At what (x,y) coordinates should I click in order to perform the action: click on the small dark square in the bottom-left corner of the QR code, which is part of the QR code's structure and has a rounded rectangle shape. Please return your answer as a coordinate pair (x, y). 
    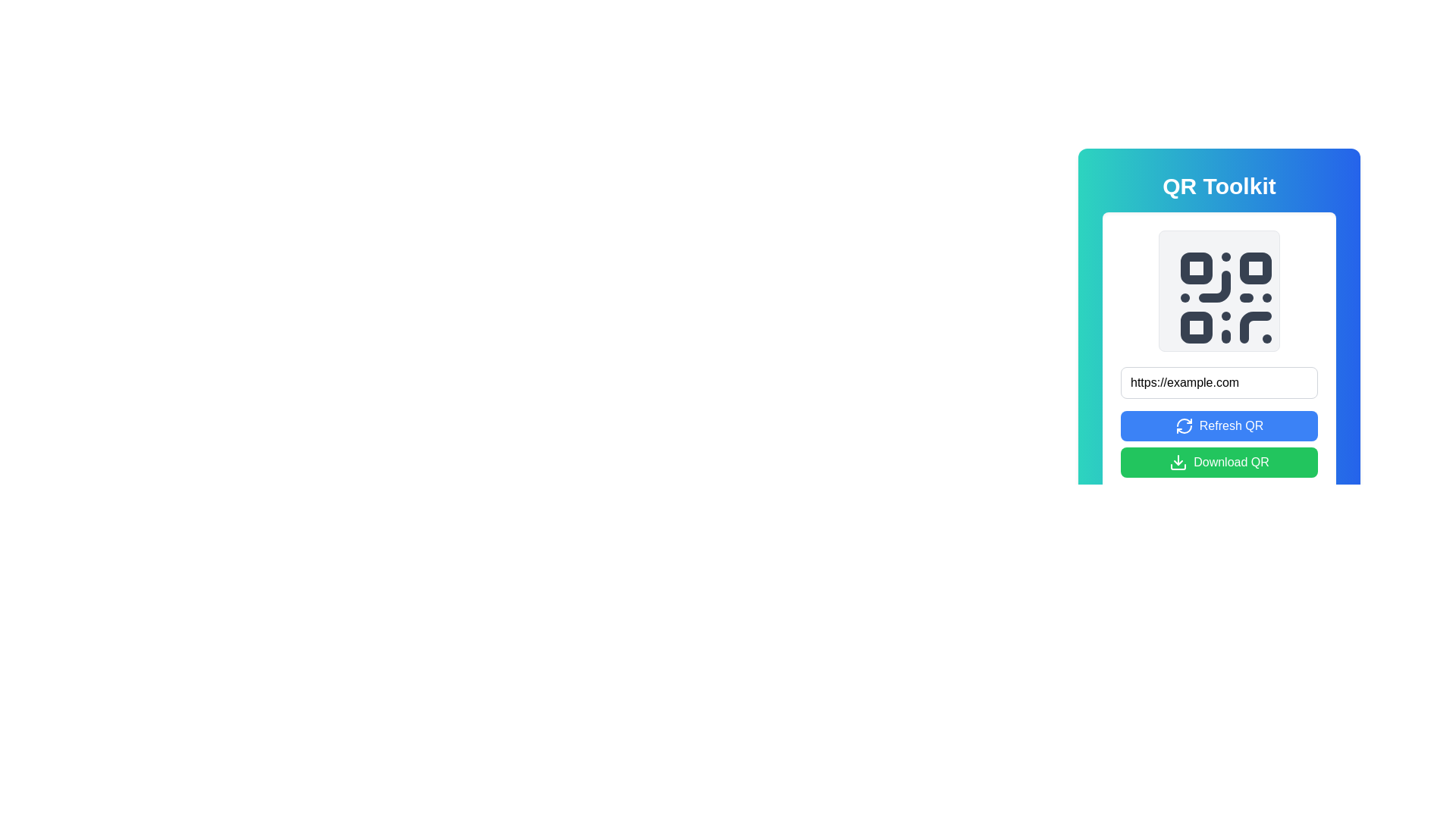
    Looking at the image, I should click on (1196, 327).